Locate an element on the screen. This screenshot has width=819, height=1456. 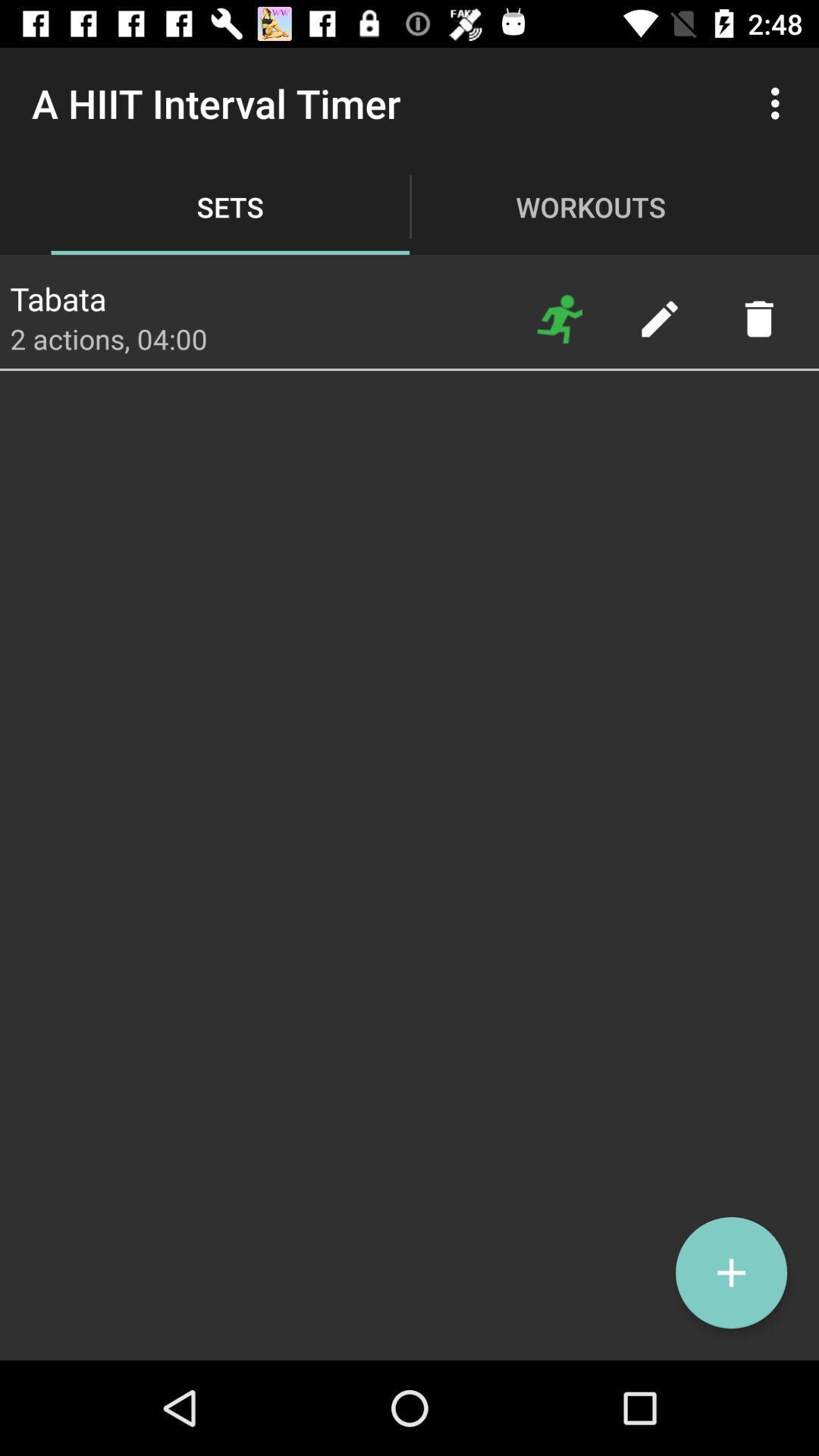
edit set is located at coordinates (658, 318).